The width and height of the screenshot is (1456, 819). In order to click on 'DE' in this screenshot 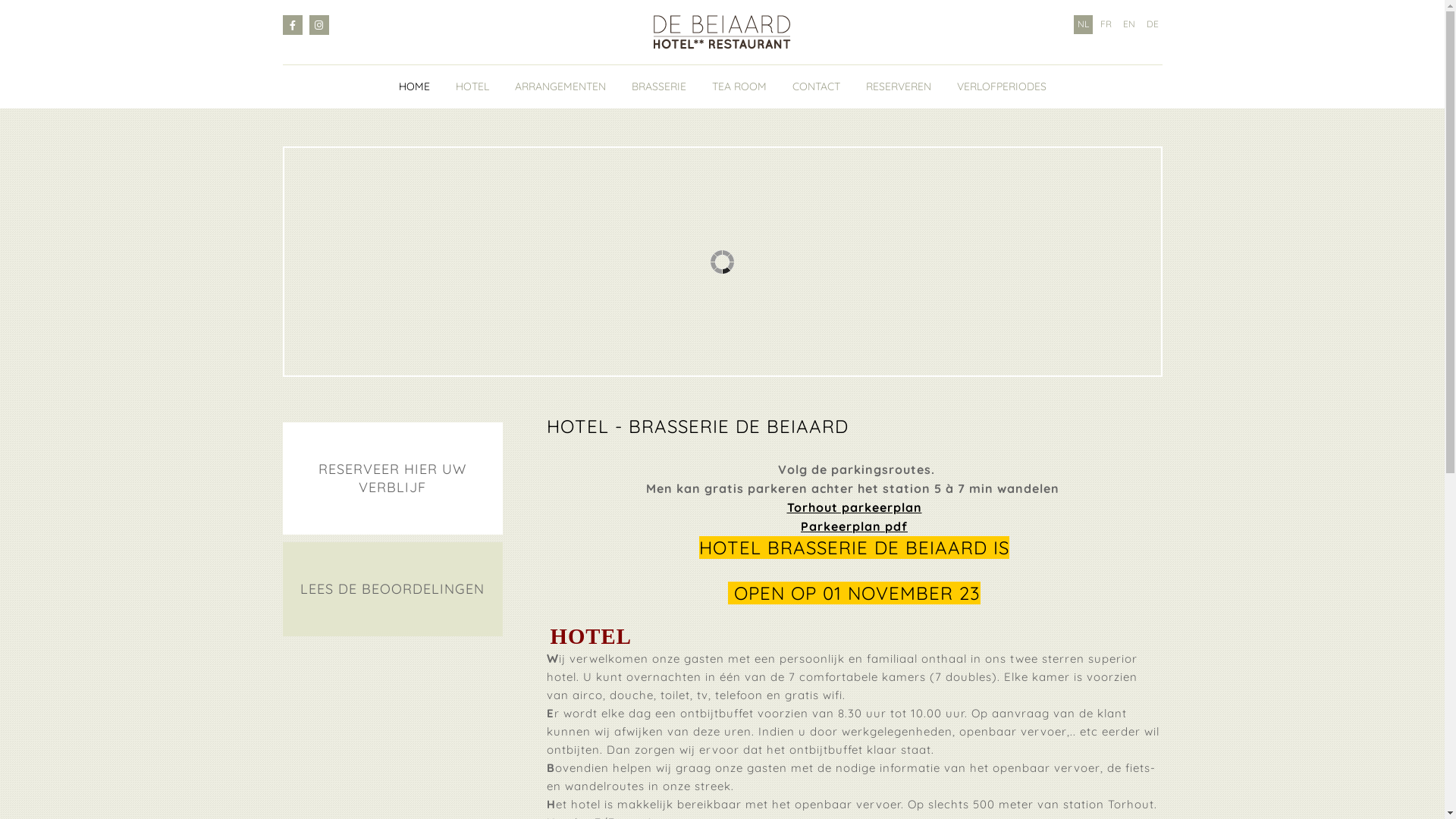, I will do `click(1142, 24)`.